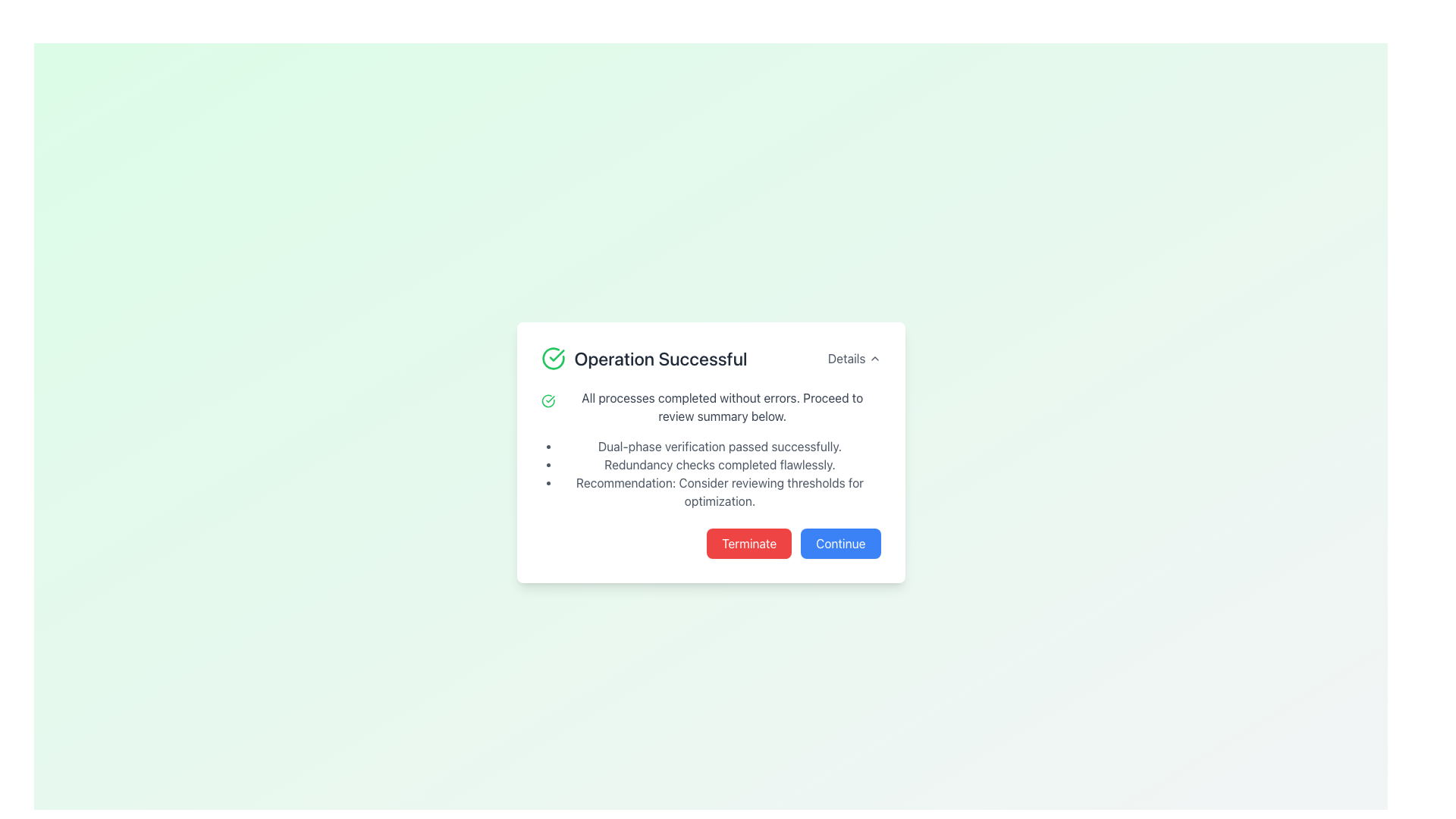  I want to click on the 'Details' link element with an upward chevron icon located in the top-right corner of the 'Operation Successful' card, so click(854, 359).